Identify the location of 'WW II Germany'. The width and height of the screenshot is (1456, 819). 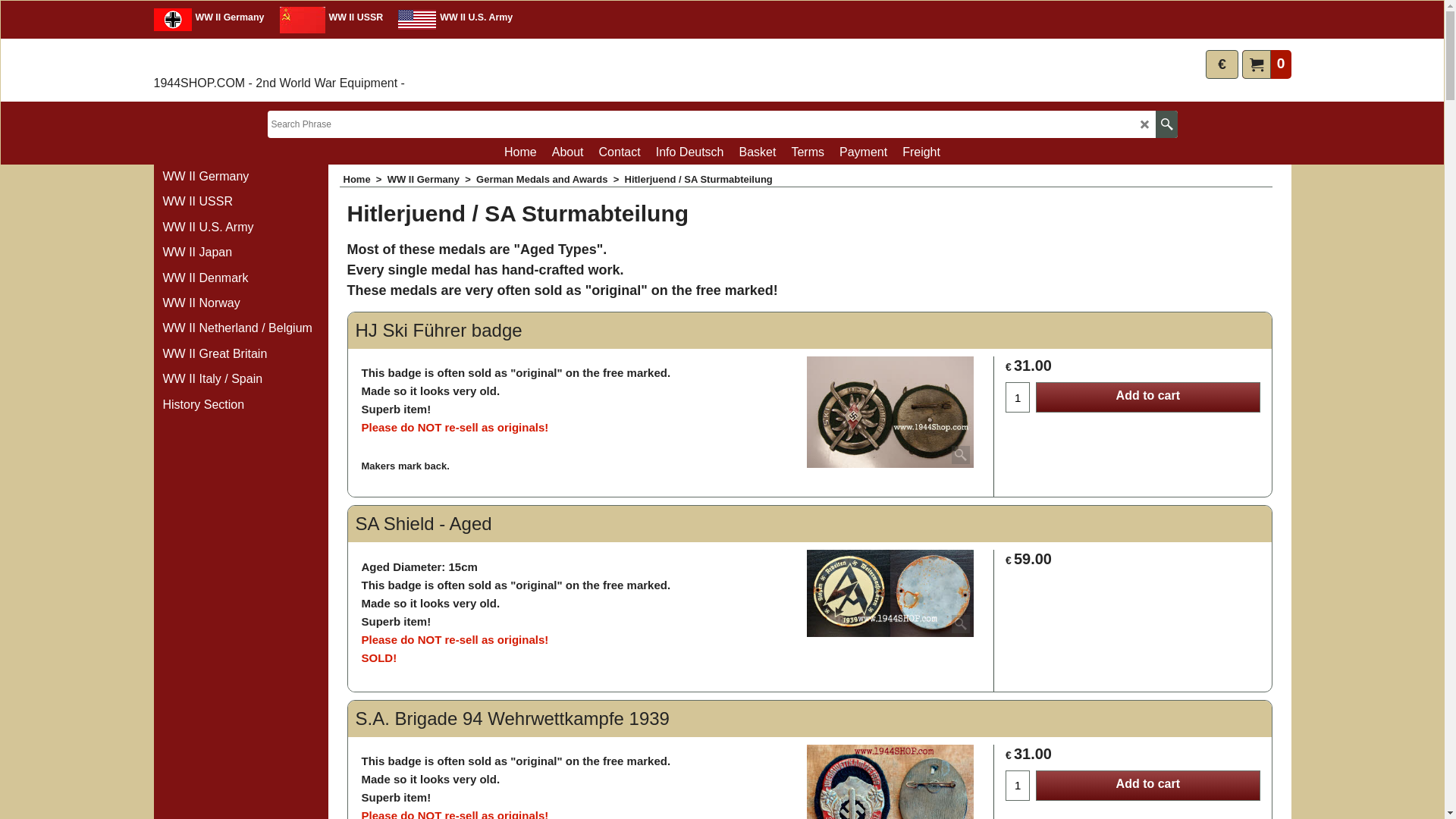
(152, 20).